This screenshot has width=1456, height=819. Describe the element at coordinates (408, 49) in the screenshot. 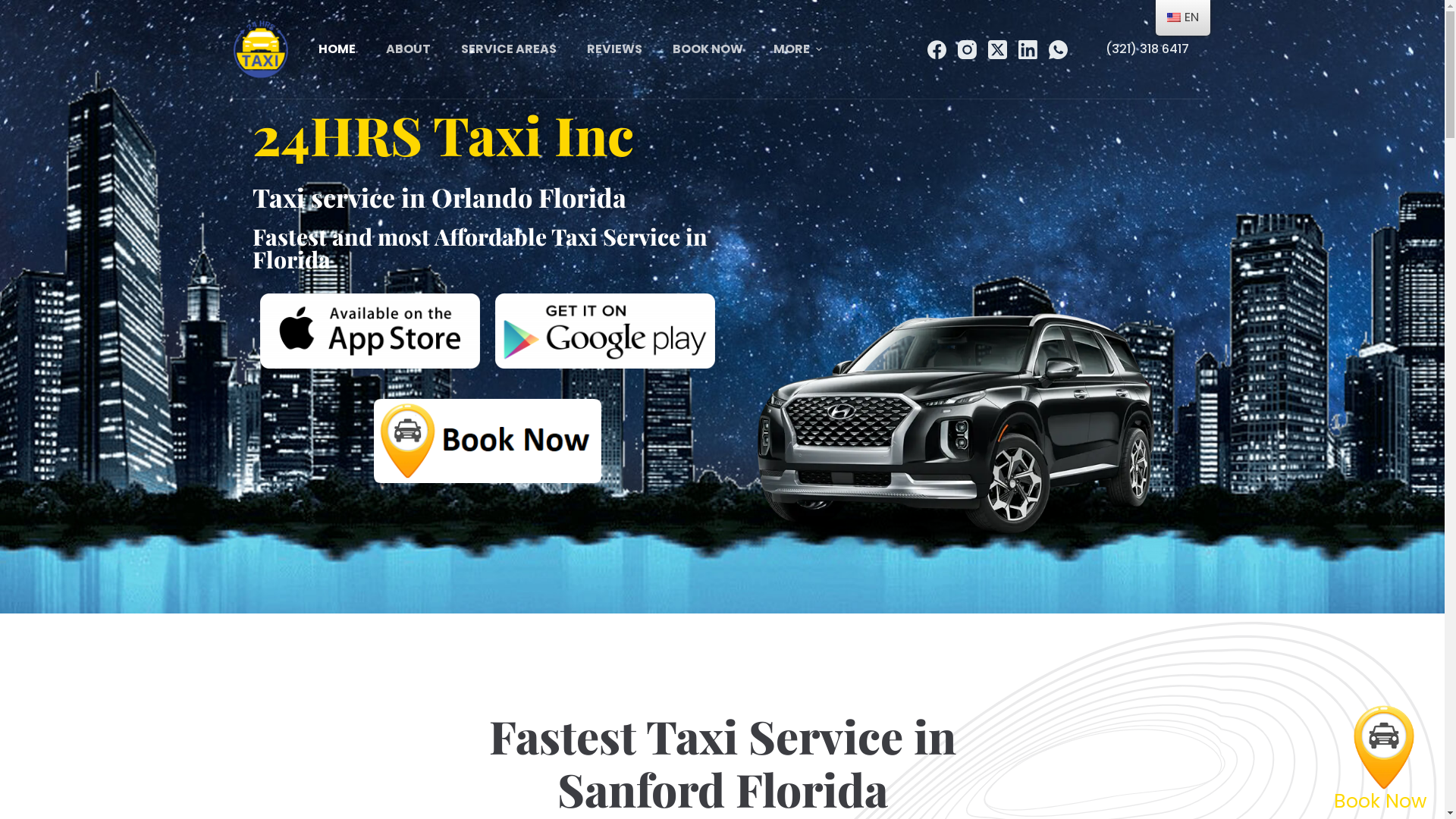

I see `'ABOUT'` at that location.